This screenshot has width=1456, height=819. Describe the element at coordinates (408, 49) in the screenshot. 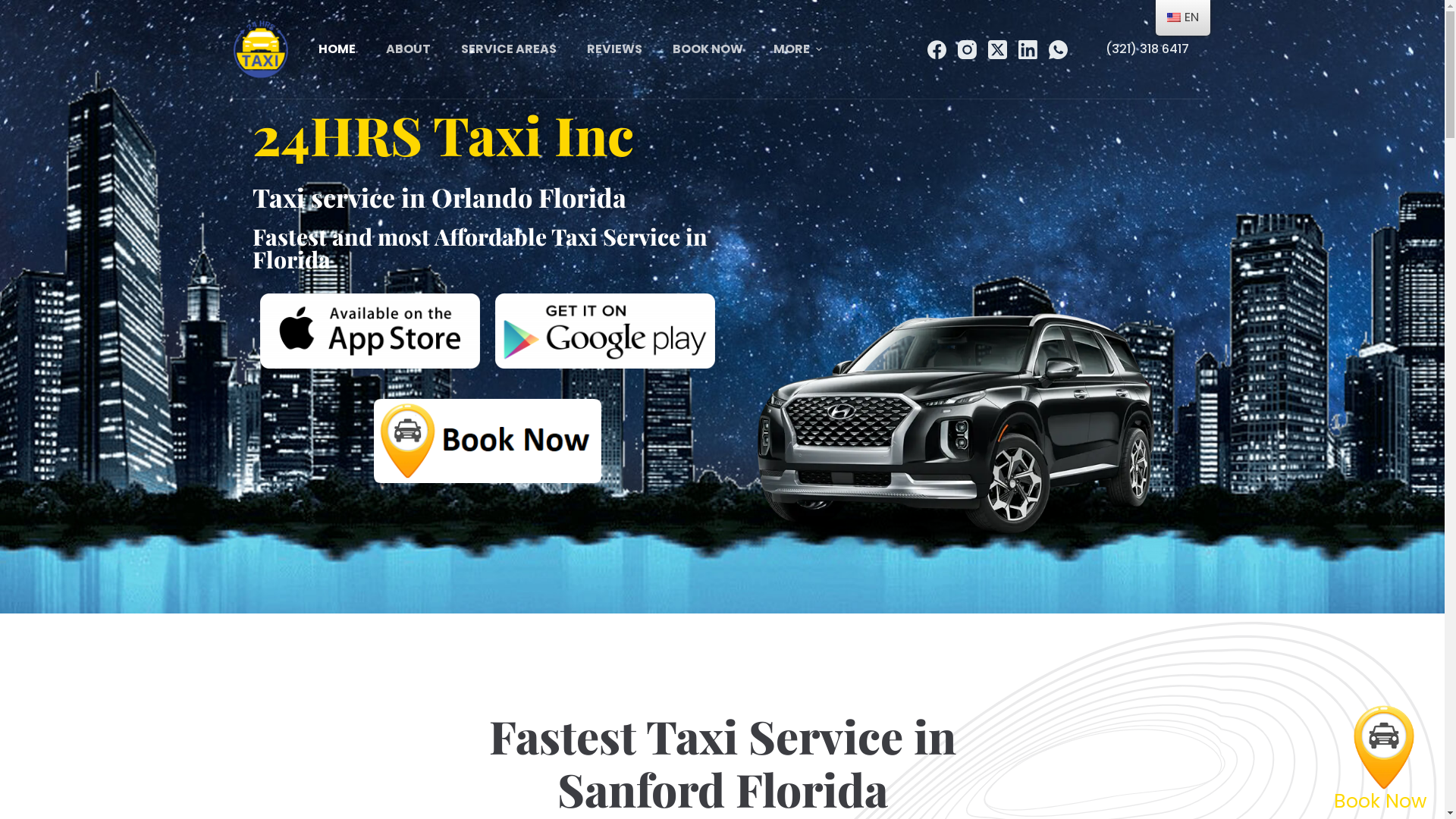

I see `'ABOUT'` at that location.